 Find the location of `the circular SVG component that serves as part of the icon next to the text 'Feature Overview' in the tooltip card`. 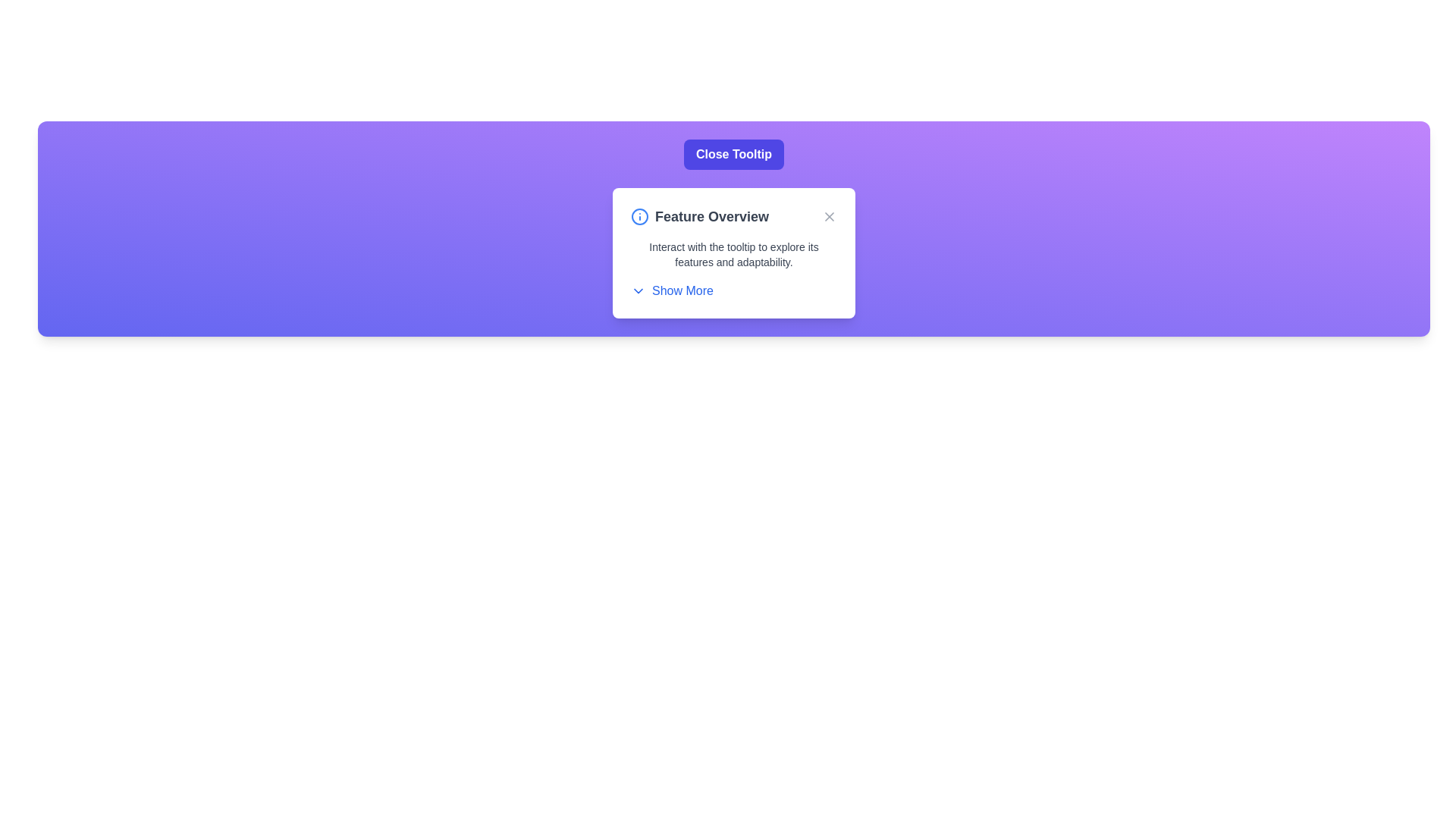

the circular SVG component that serves as part of the icon next to the text 'Feature Overview' in the tooltip card is located at coordinates (640, 216).